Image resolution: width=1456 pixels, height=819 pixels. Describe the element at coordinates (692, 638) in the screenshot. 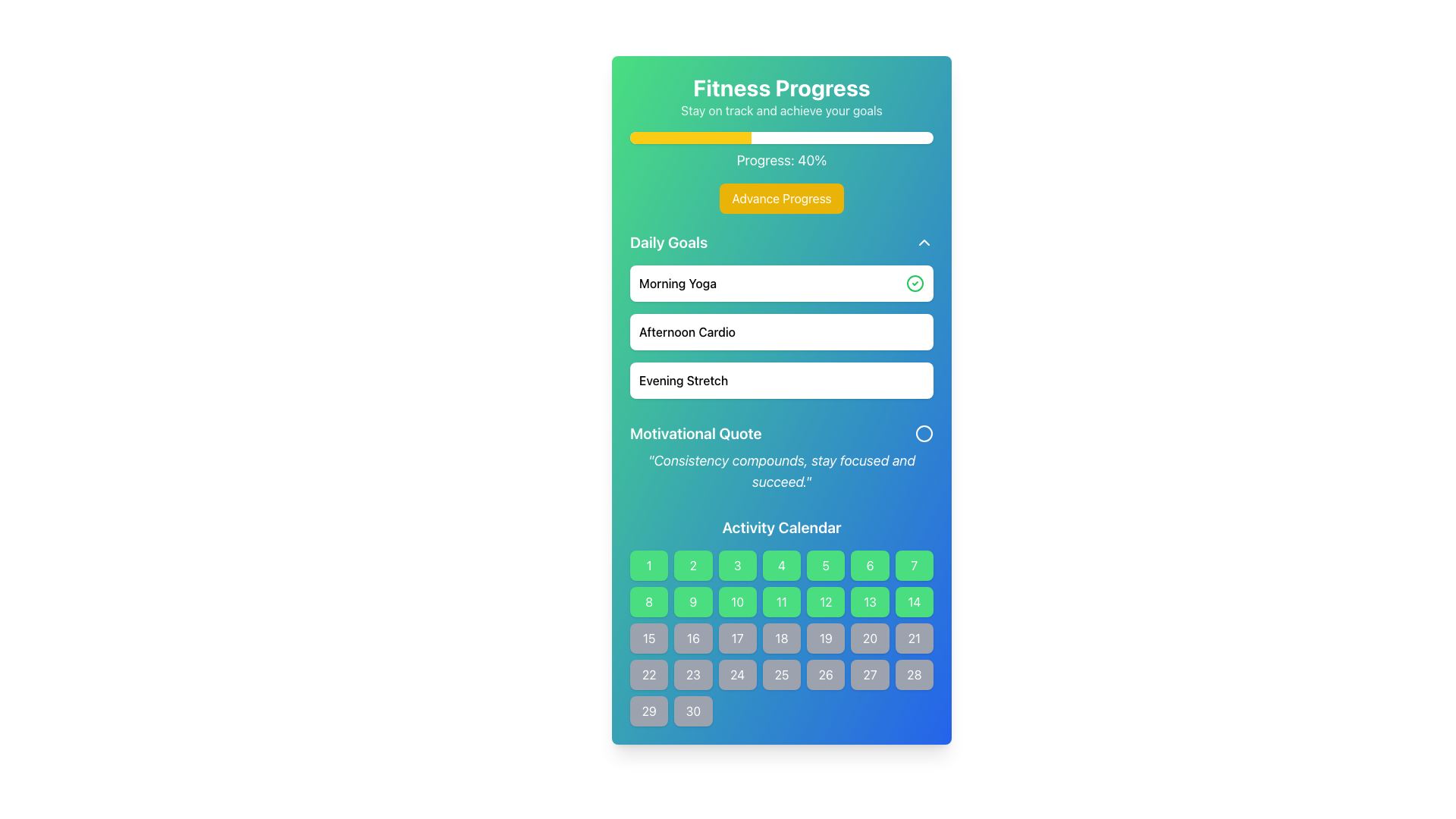

I see `the gray button with a white '16' number centered, located in the second column of the fourth row under the 'Activity Calendar' section` at that location.